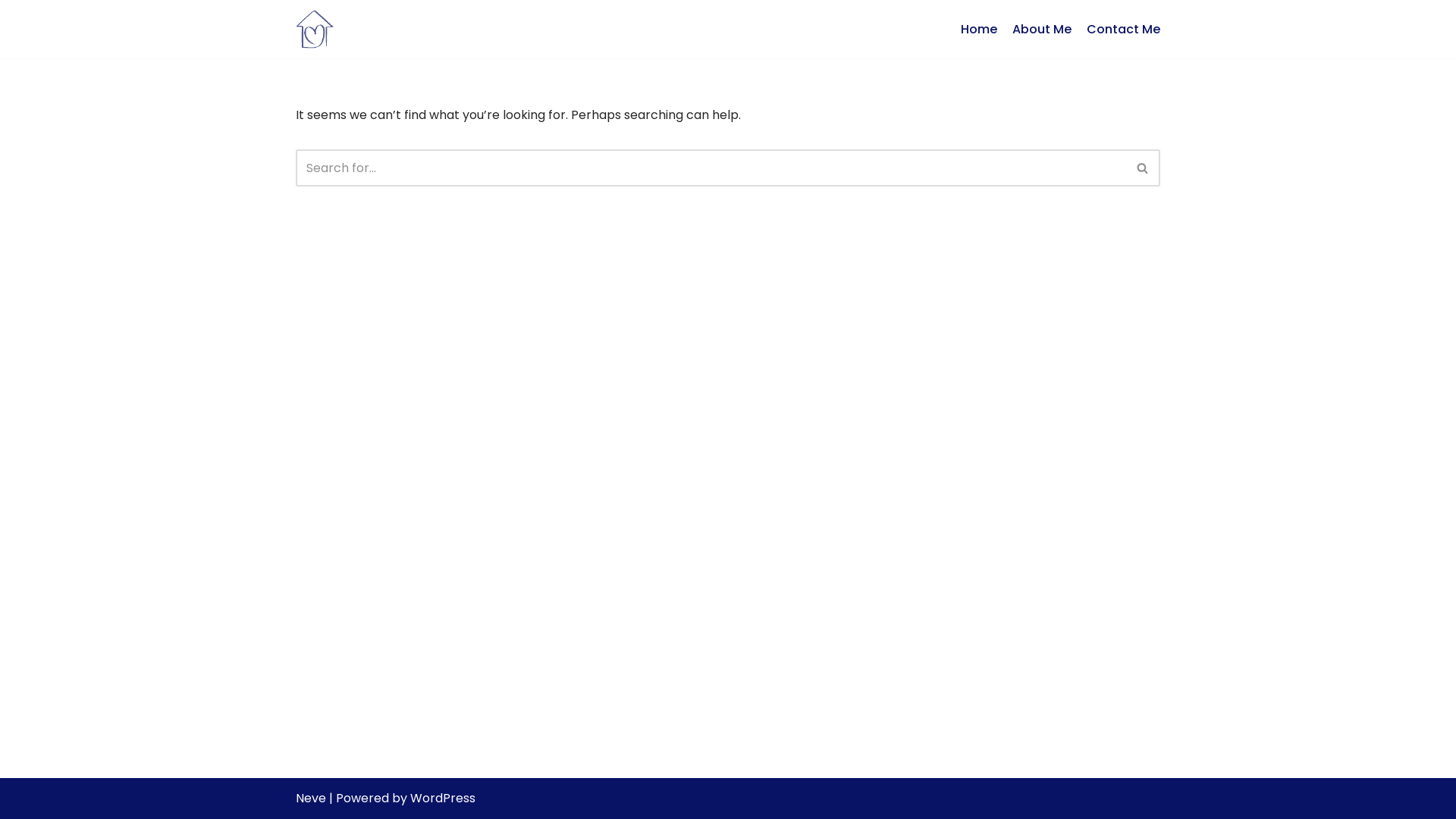 The image size is (1456, 819). What do you see at coordinates (410, 797) in the screenshot?
I see `'WordPress'` at bounding box center [410, 797].